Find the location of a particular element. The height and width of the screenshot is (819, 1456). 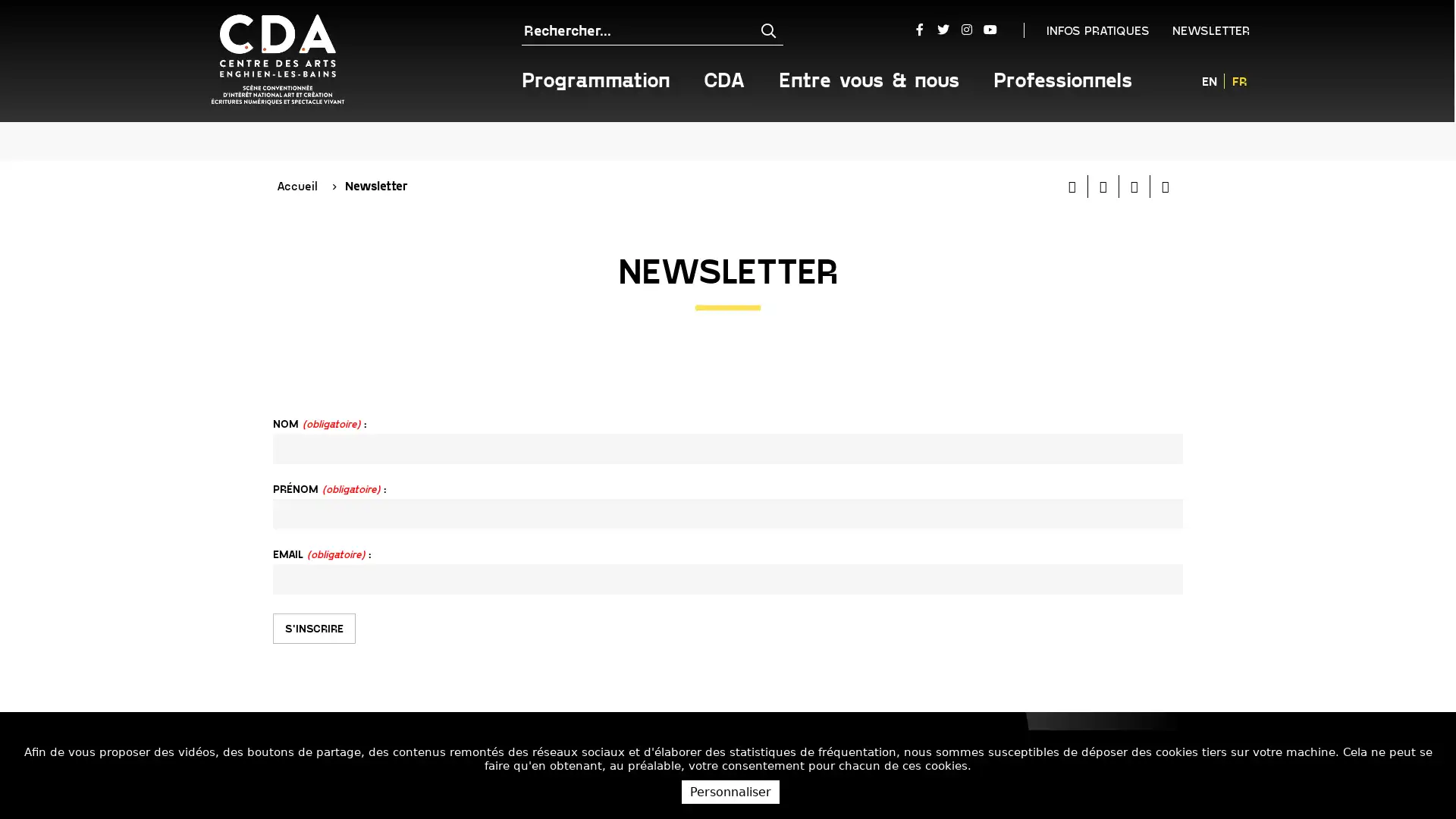

Partager cette page is located at coordinates (1164, 149).